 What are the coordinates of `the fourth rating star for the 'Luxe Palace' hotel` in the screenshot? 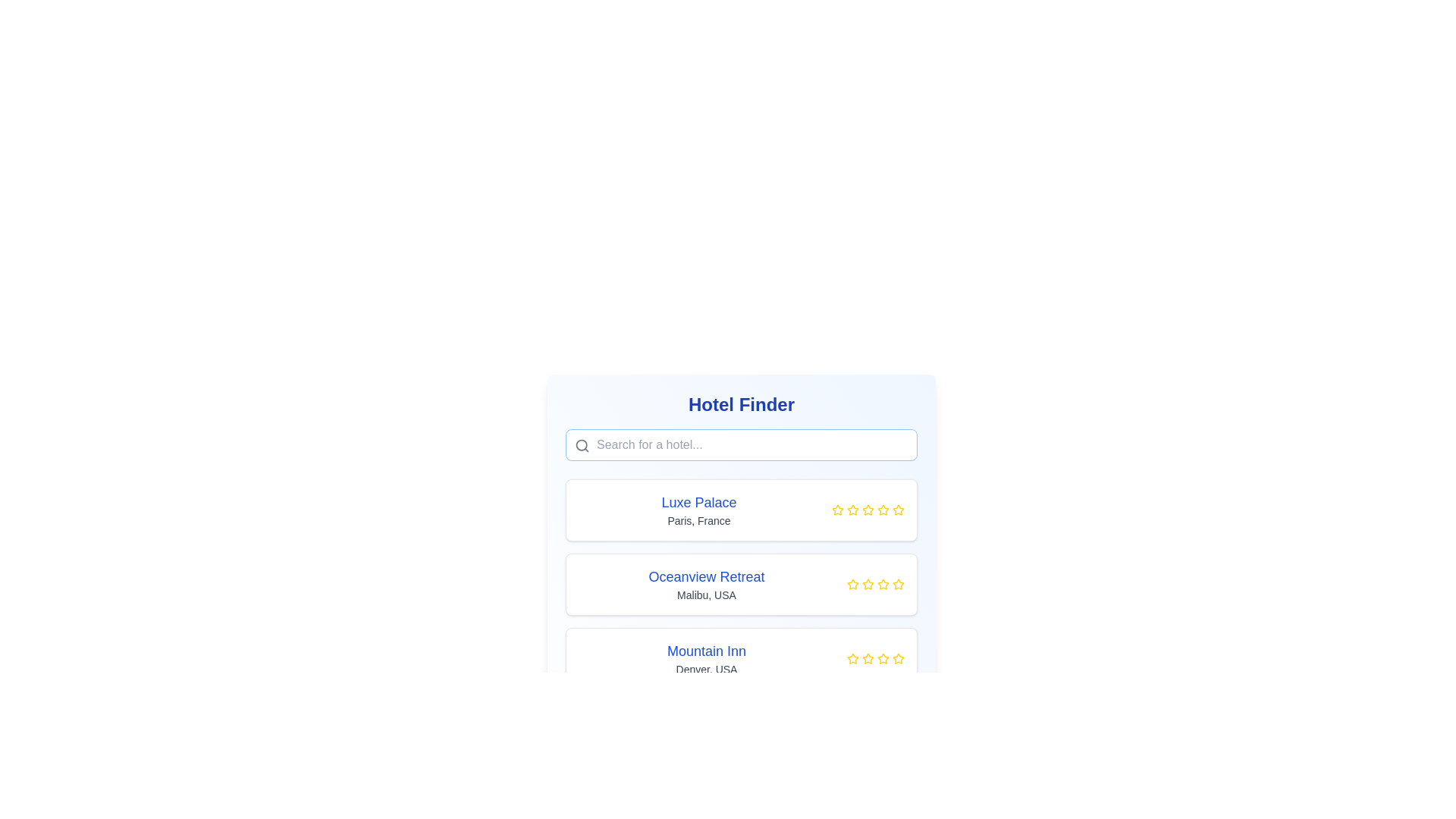 It's located at (868, 510).